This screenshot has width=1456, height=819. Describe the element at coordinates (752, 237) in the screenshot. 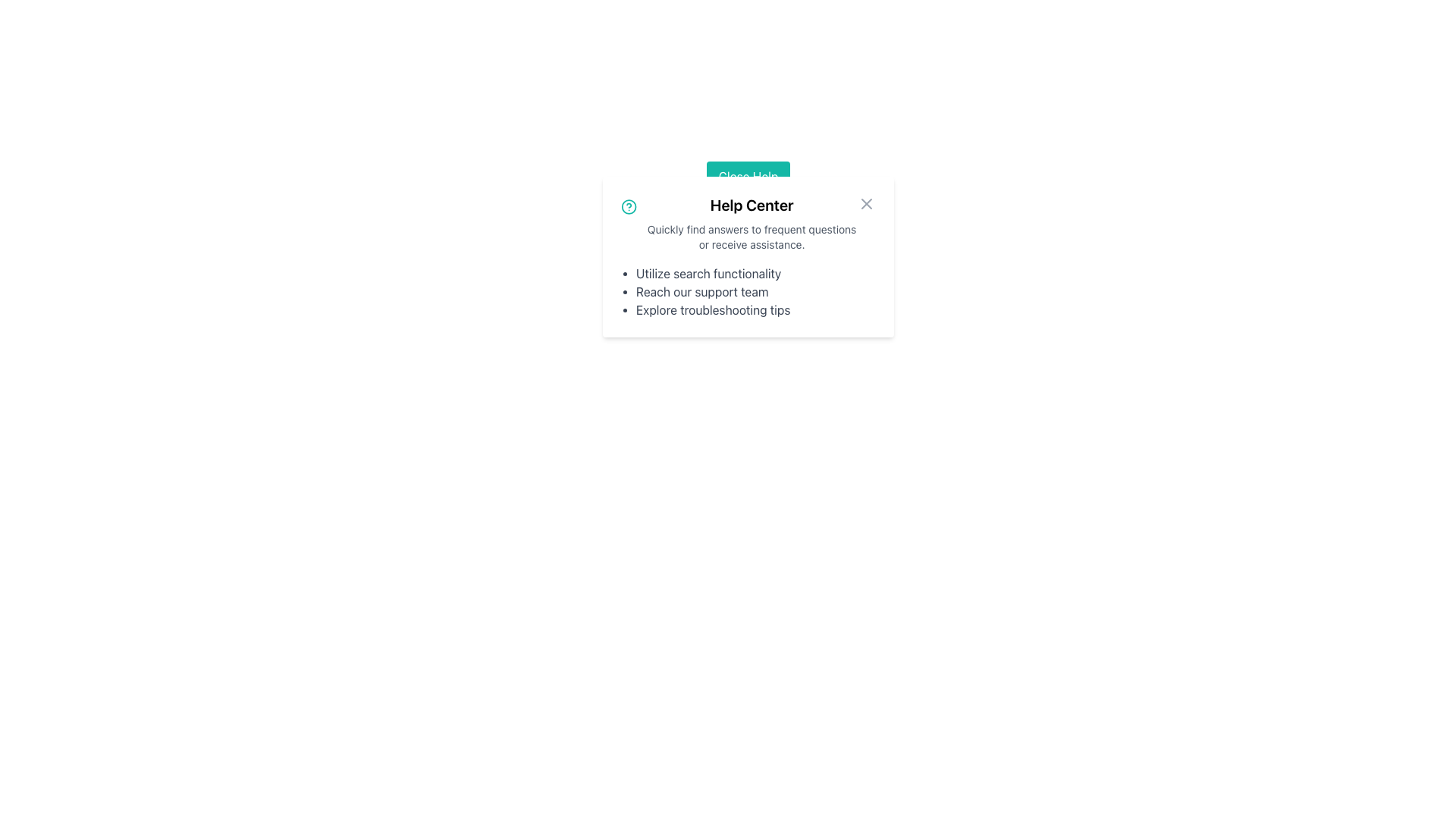

I see `the descriptive text label located under the title in the 'Help Center' section, which provides contextual information about the section's purpose` at that location.